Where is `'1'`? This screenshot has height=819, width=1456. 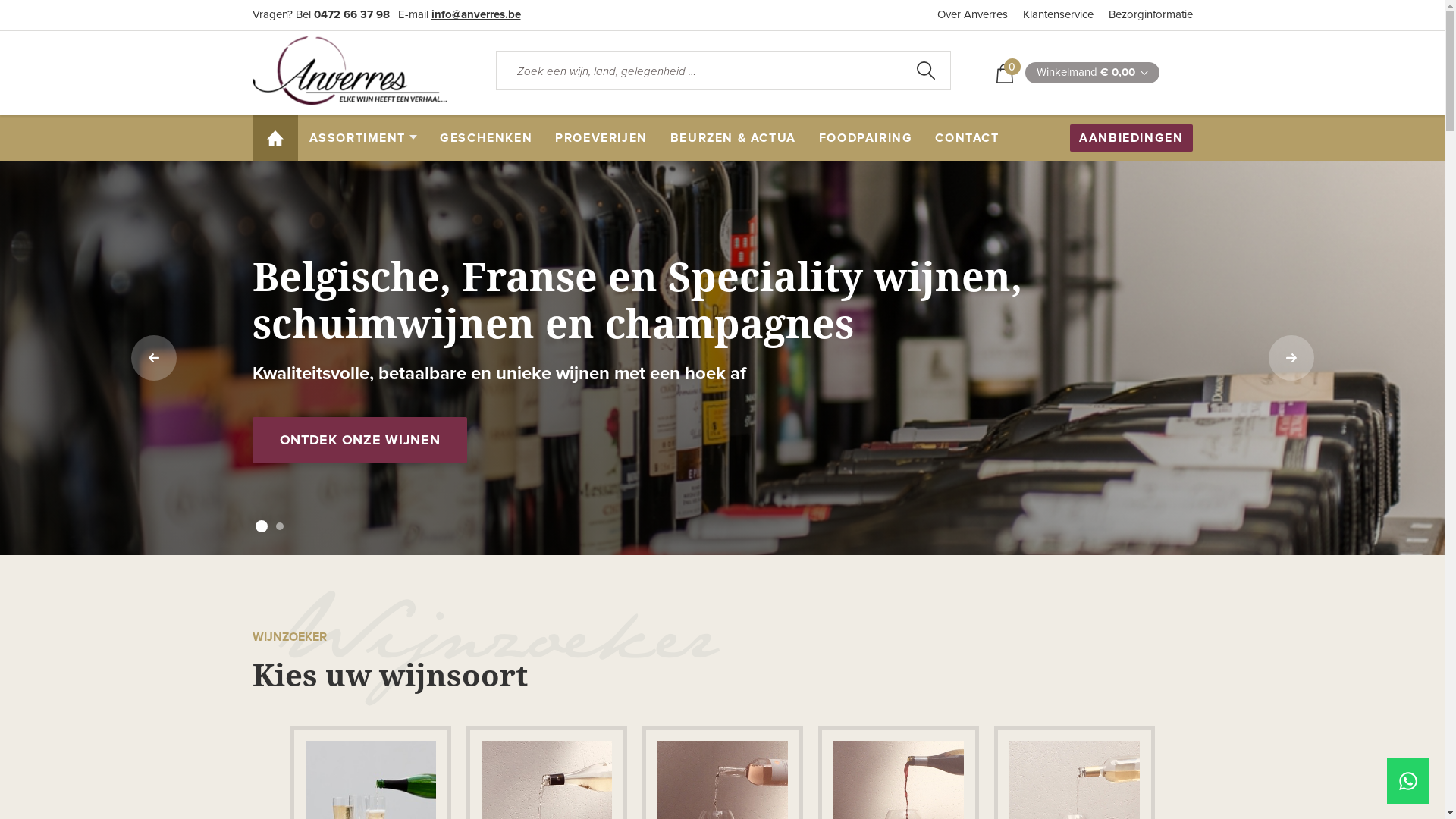 '1' is located at coordinates (262, 526).